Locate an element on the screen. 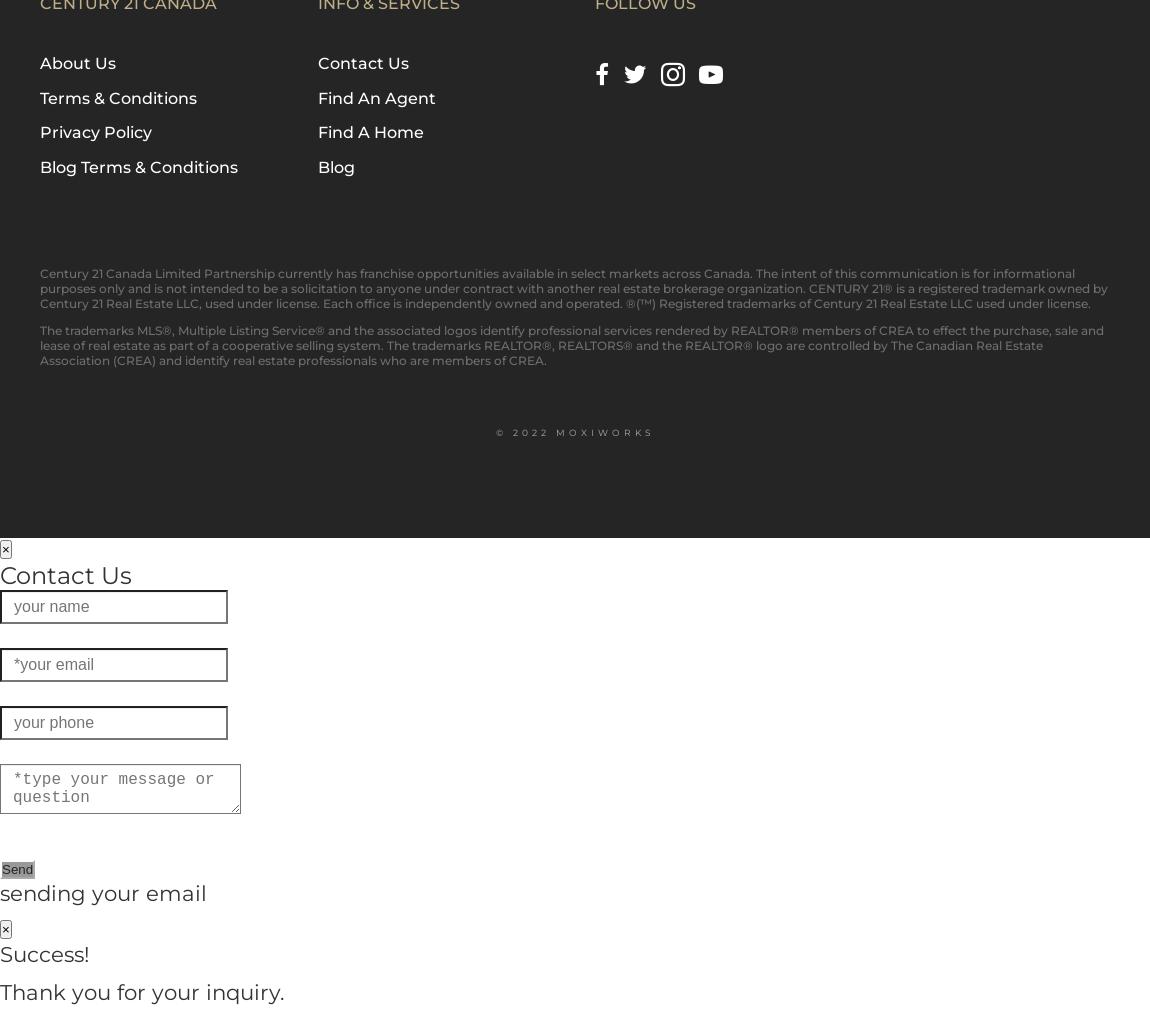 The height and width of the screenshot is (1018, 1150). 'Thank you for your inquiry.' is located at coordinates (141, 991).